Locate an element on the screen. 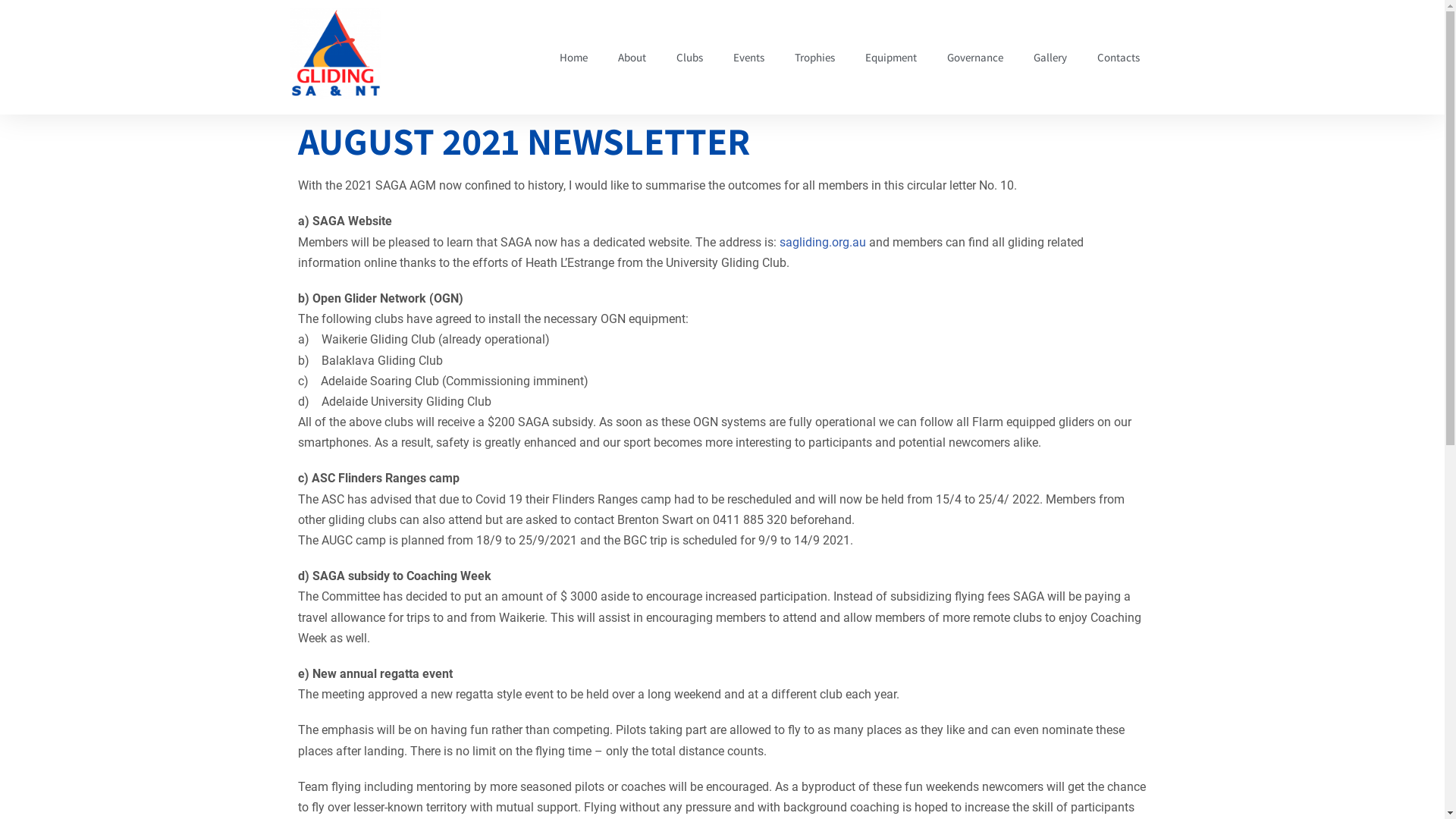  'Home' is located at coordinates (573, 57).